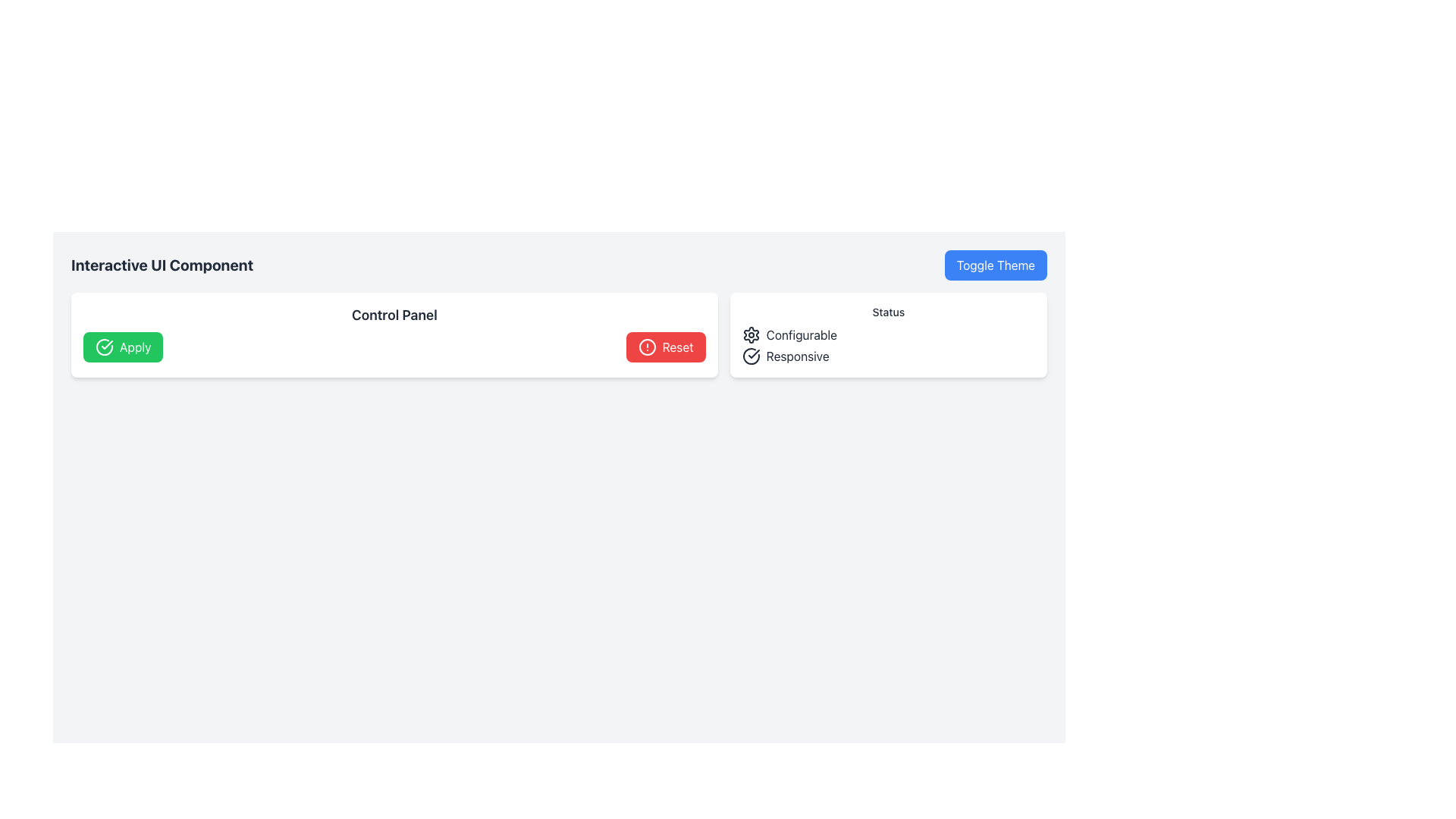  What do you see at coordinates (751, 356) in the screenshot?
I see `the SVG icon representing a circle with a check mark inside, which is located to the left of the 'Responsive' label in the 'Status' section at the top-right of the interface` at bounding box center [751, 356].